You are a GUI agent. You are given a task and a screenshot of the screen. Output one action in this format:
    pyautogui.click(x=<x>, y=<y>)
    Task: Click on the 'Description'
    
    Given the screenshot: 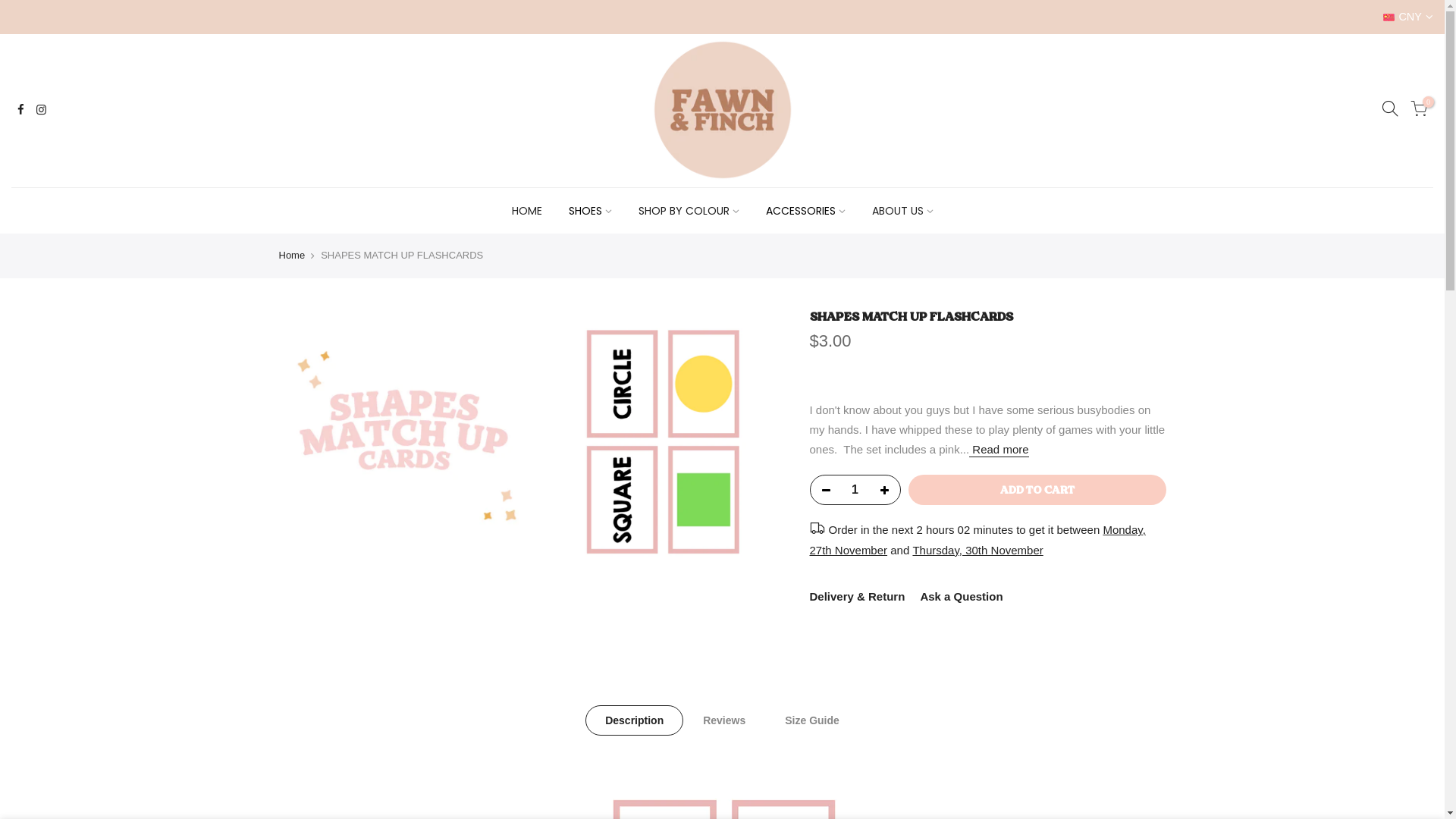 What is the action you would take?
    pyautogui.click(x=634, y=719)
    